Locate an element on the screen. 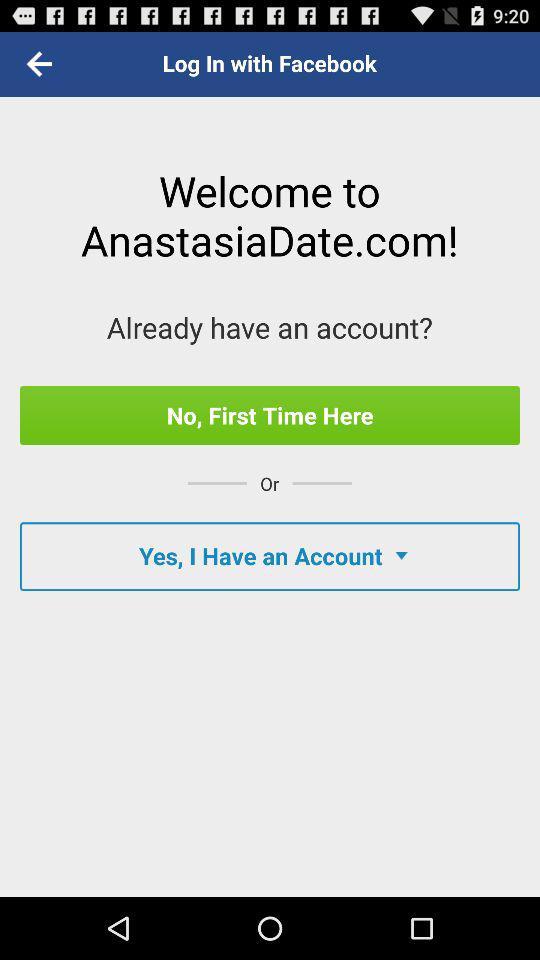 Image resolution: width=540 pixels, height=960 pixels. the item below the already have an is located at coordinates (270, 414).